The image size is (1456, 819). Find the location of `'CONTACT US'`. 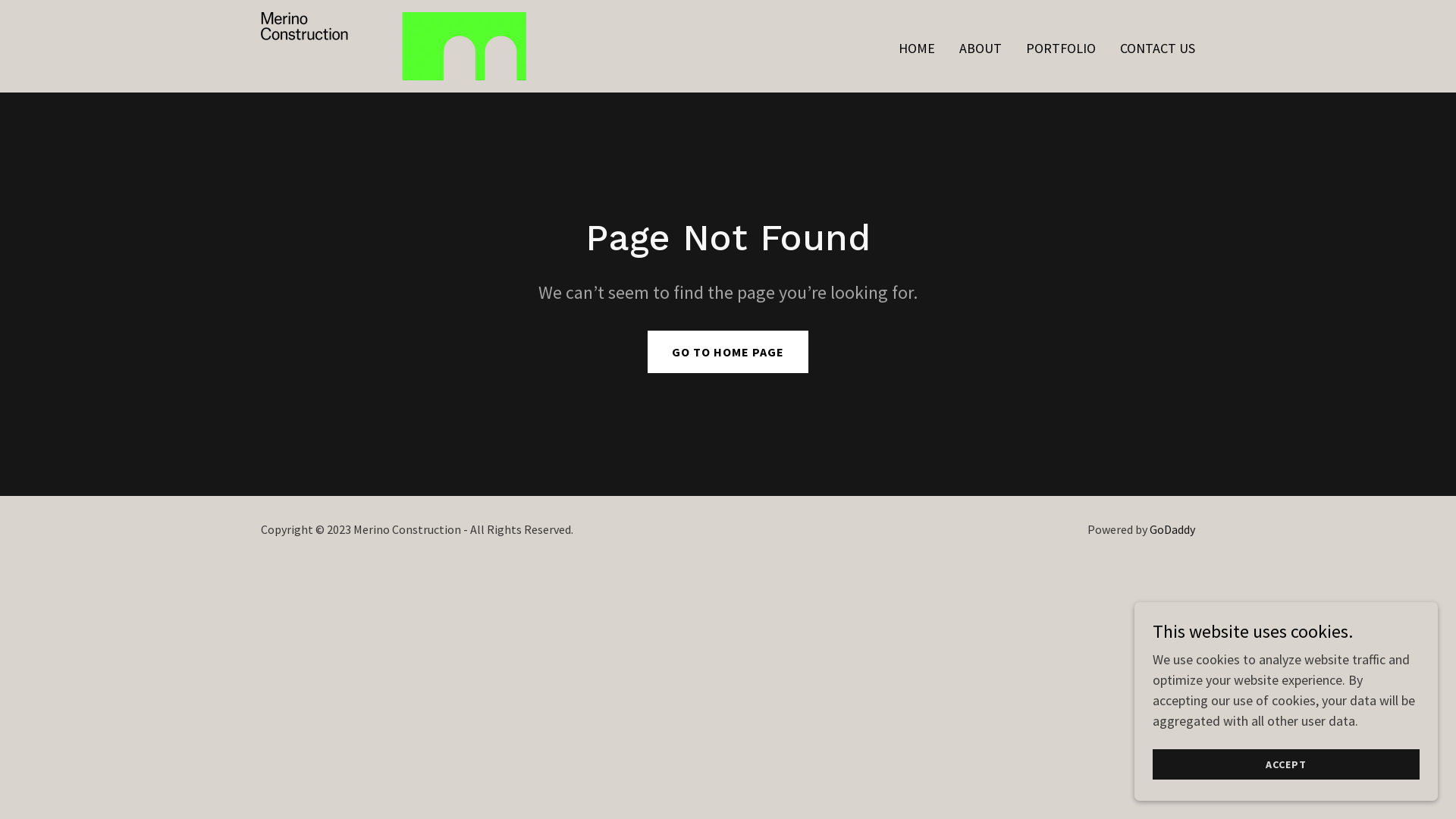

'CONTACT US' is located at coordinates (1156, 48).